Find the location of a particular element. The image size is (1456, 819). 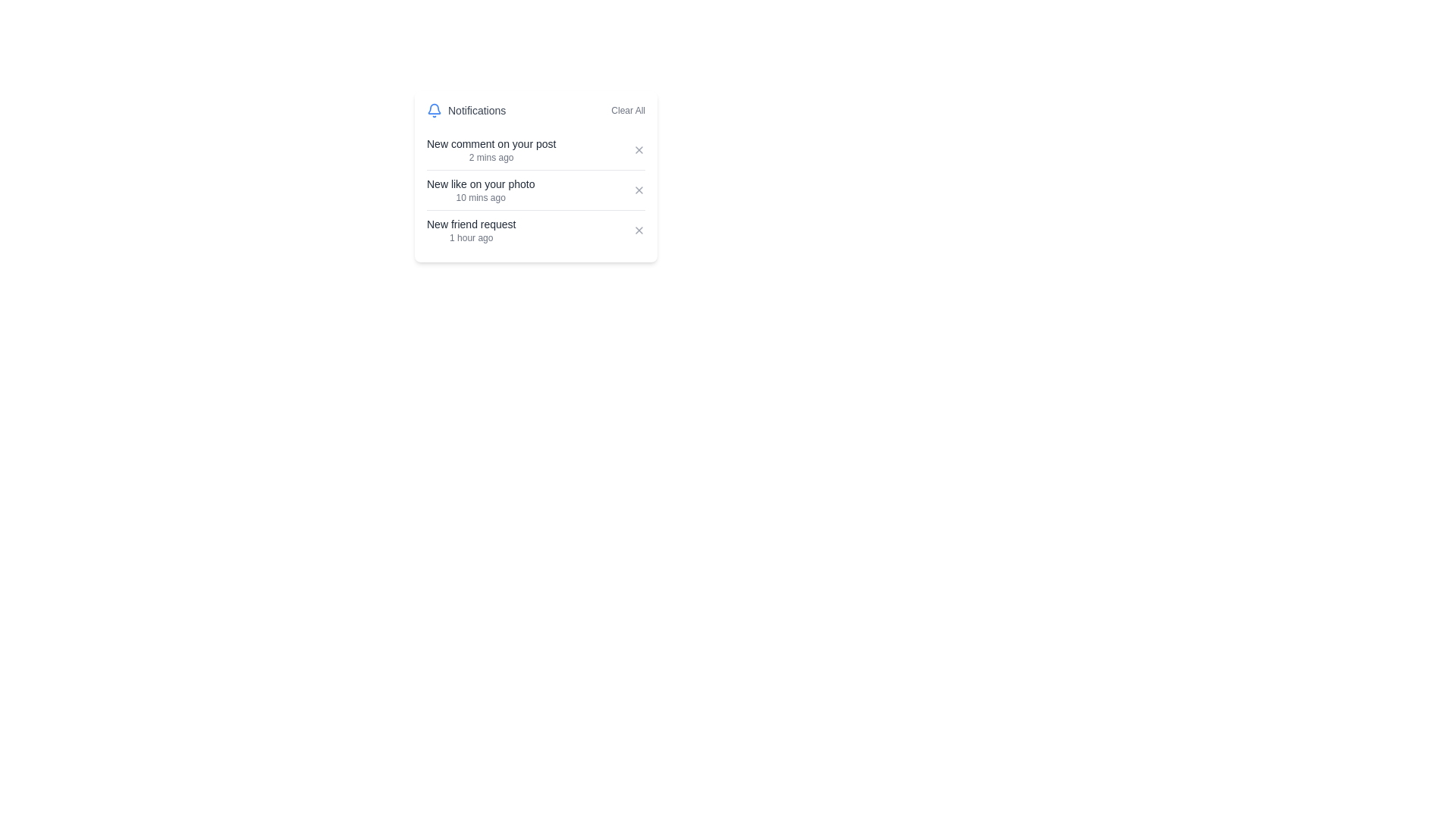

the second notification in the notification panel is located at coordinates (535, 189).